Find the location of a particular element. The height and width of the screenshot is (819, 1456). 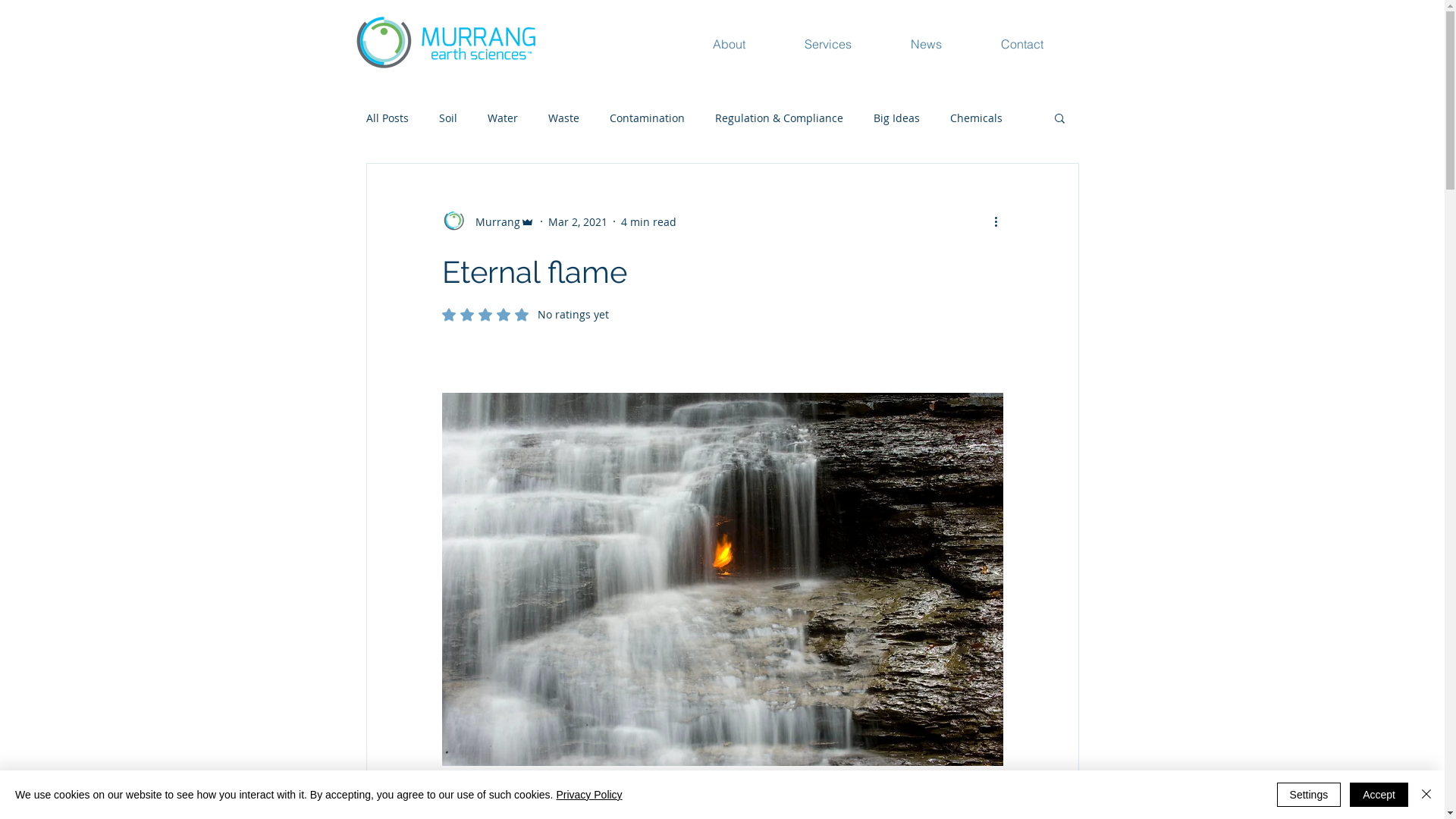

'Contact' is located at coordinates (993, 42).